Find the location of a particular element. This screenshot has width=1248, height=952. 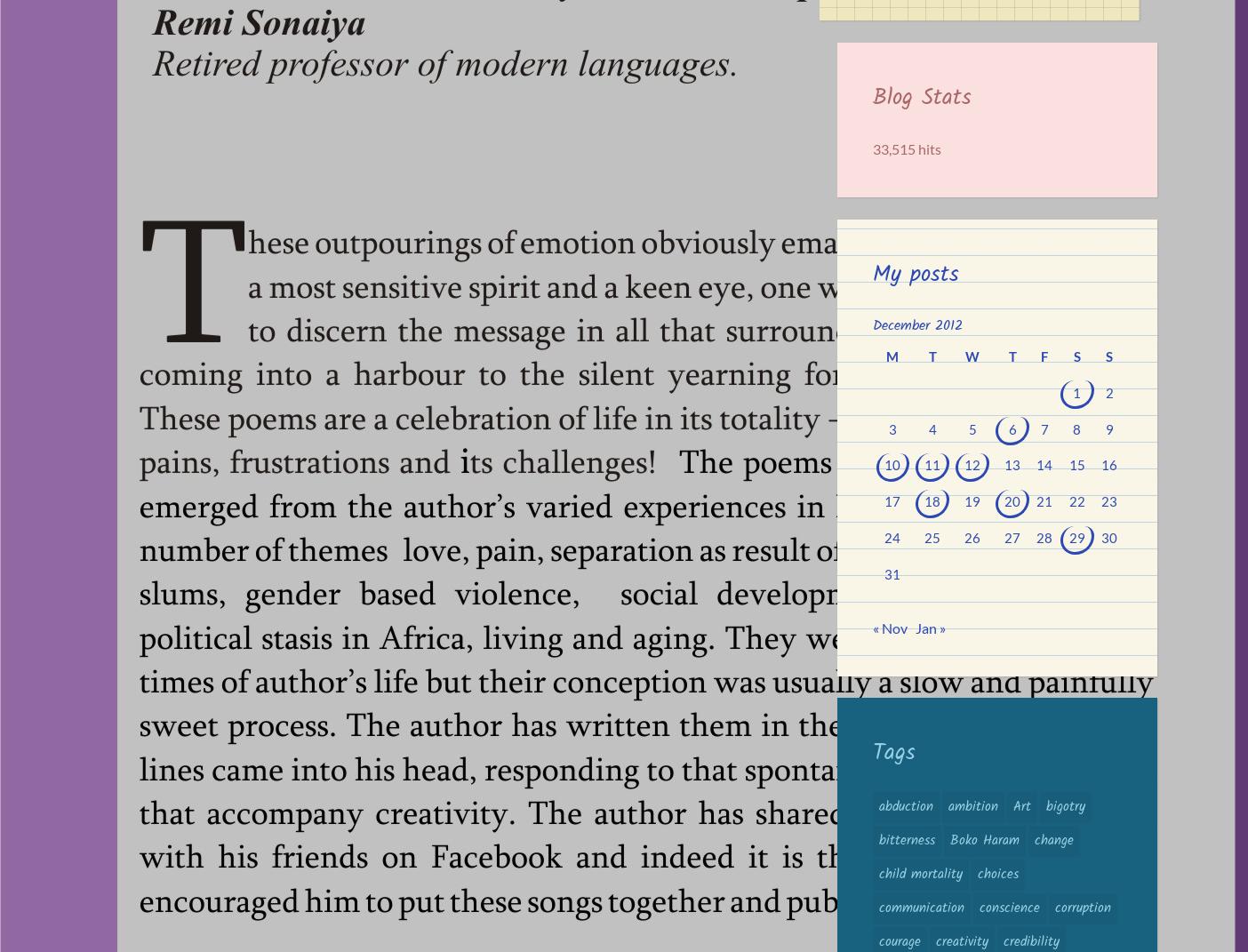

'31' is located at coordinates (892, 572).